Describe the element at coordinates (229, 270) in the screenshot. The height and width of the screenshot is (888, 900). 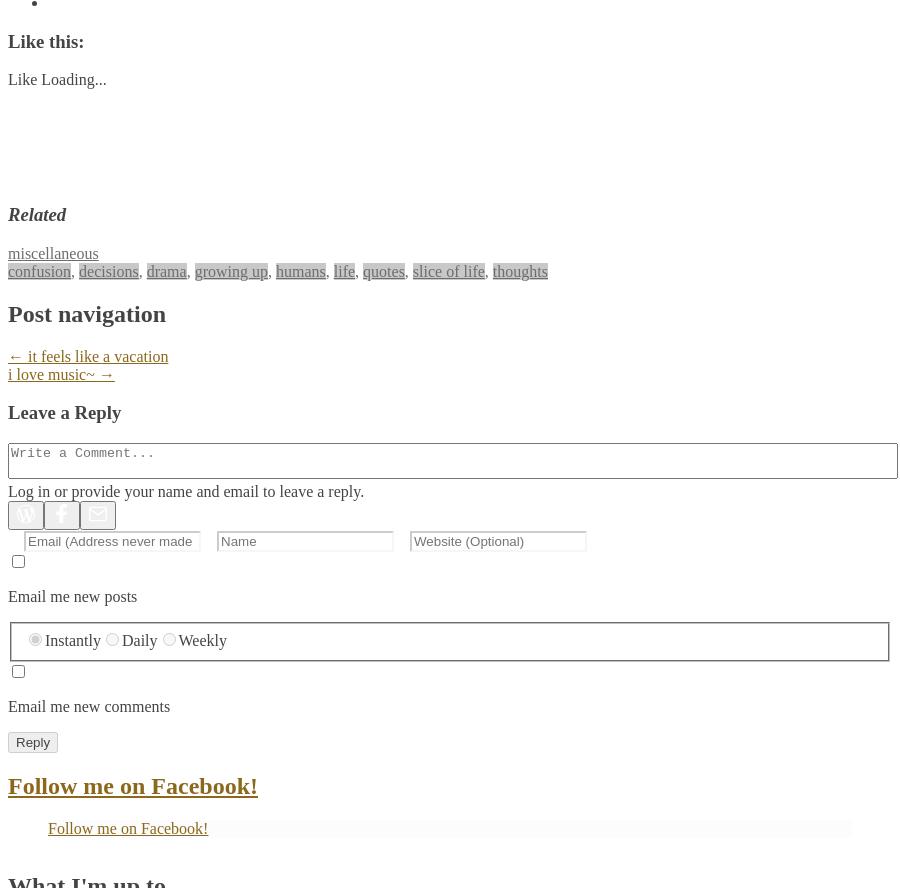
I see `'growing up'` at that location.